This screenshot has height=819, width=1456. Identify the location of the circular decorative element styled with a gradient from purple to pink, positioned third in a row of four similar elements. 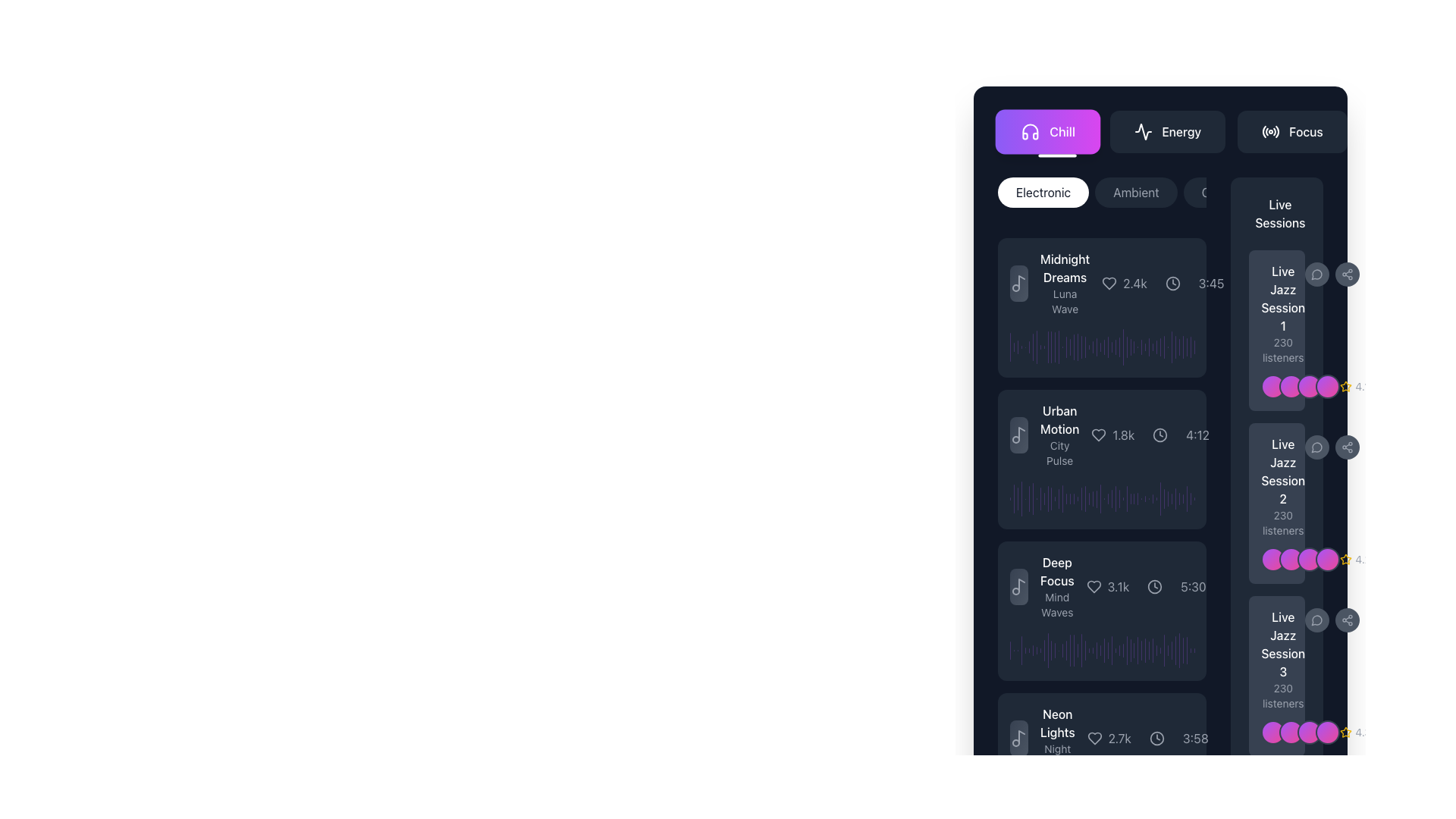
(1309, 731).